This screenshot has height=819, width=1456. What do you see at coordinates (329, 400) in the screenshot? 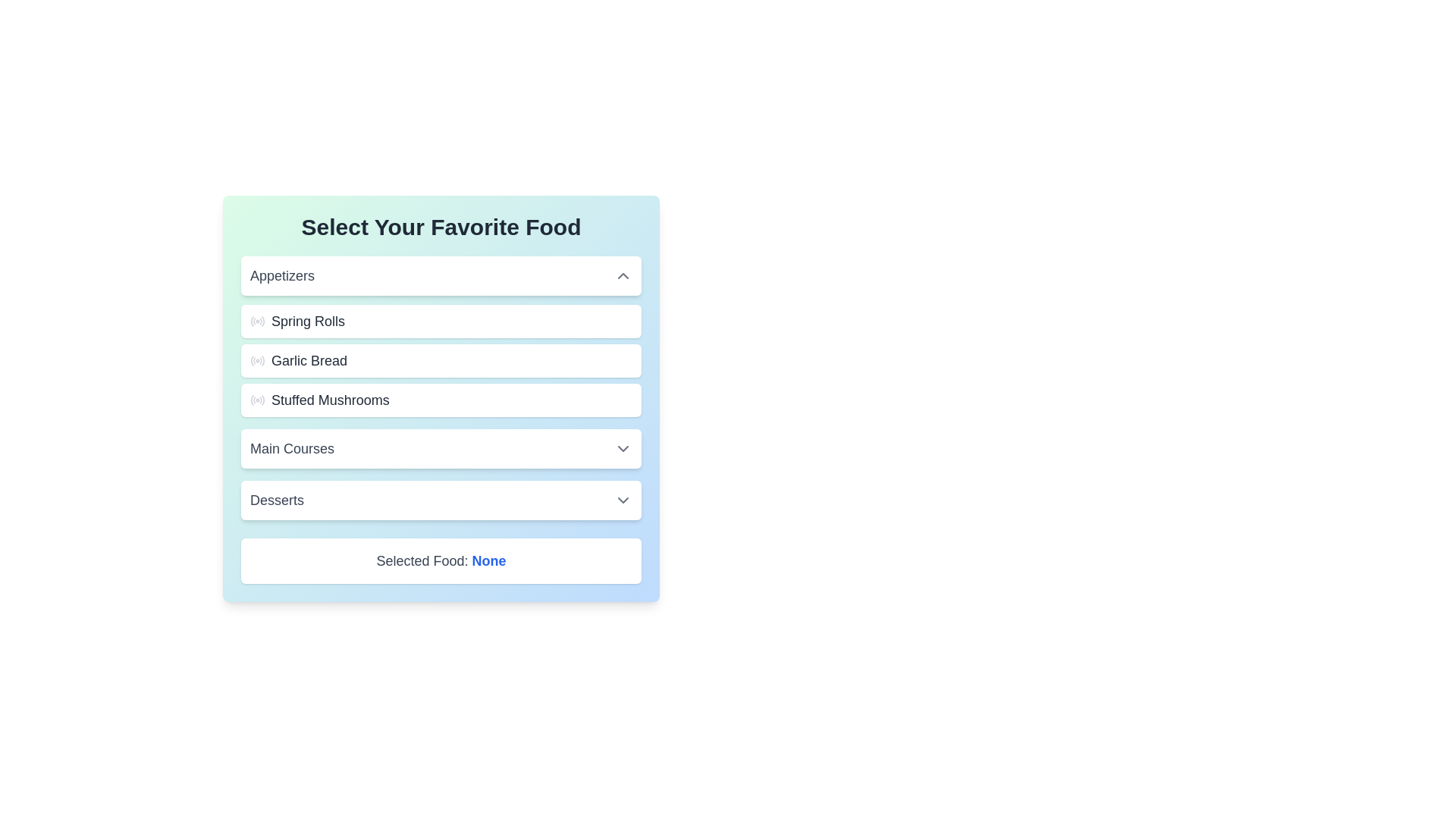
I see `the text label reading 'Stuffed Mushrooms' styled with a dark gray color and medium font weight, located in the third row under the 'Appetizers' section` at bounding box center [329, 400].